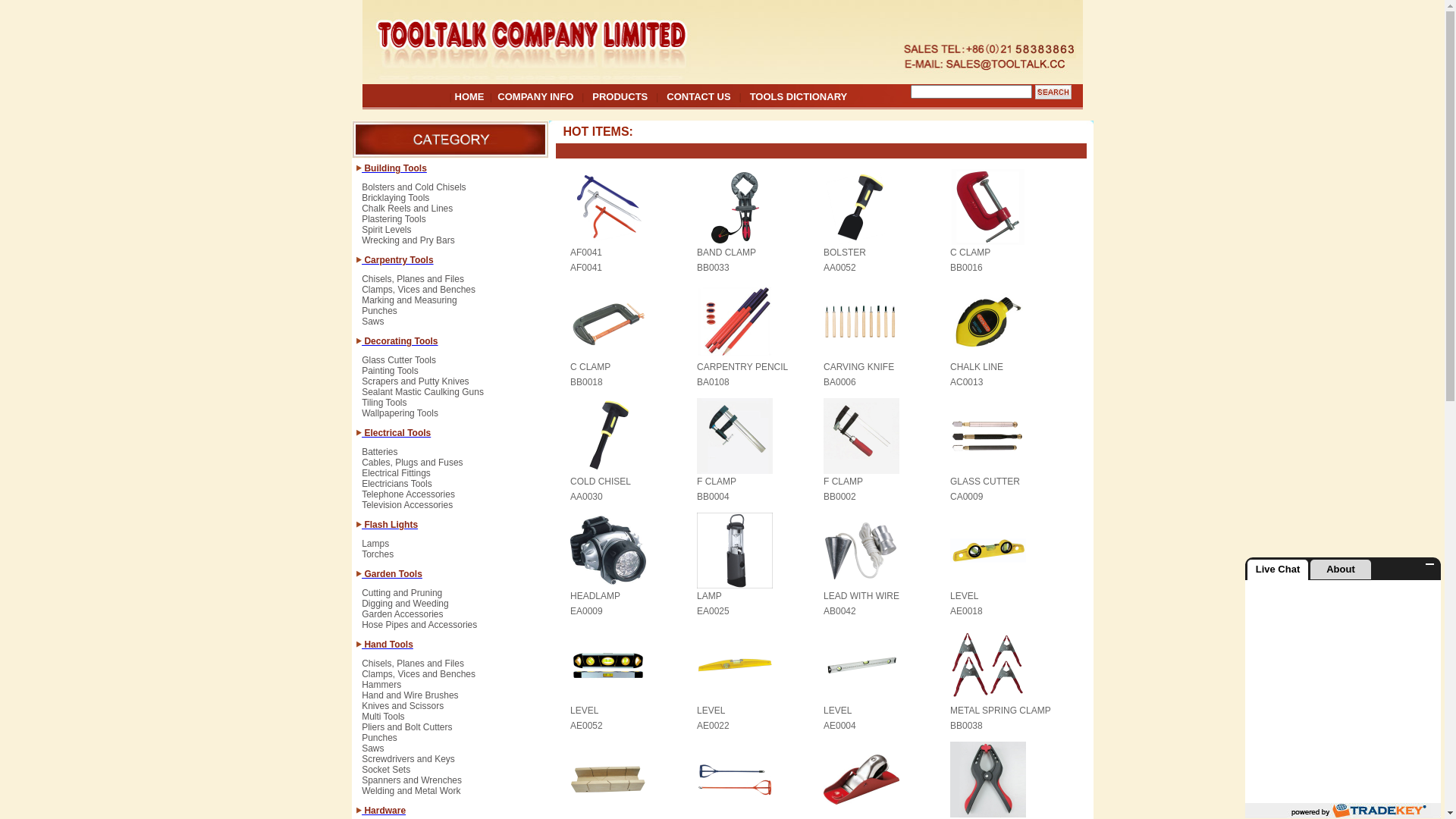 This screenshot has width=1456, height=819. What do you see at coordinates (843, 251) in the screenshot?
I see `'BOLSTER'` at bounding box center [843, 251].